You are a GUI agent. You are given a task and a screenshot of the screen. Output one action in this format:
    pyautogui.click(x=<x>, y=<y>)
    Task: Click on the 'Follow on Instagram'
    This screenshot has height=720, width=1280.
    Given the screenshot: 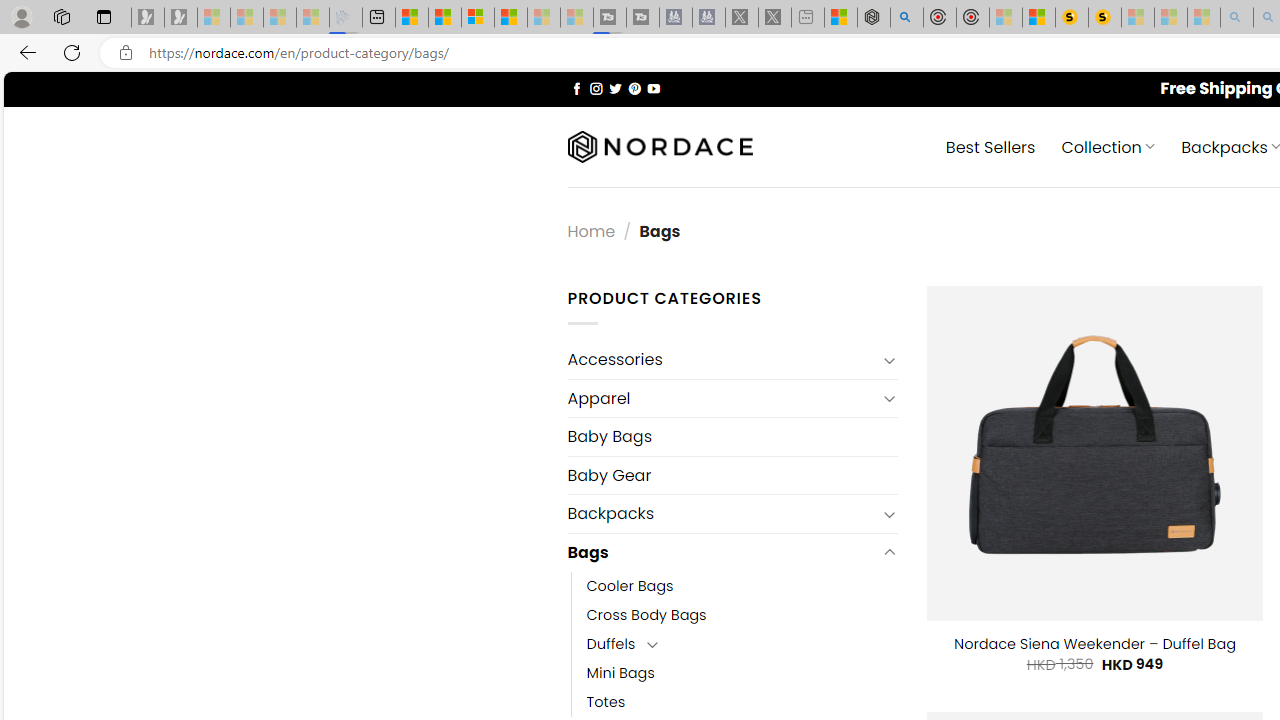 What is the action you would take?
    pyautogui.click(x=595, y=87)
    